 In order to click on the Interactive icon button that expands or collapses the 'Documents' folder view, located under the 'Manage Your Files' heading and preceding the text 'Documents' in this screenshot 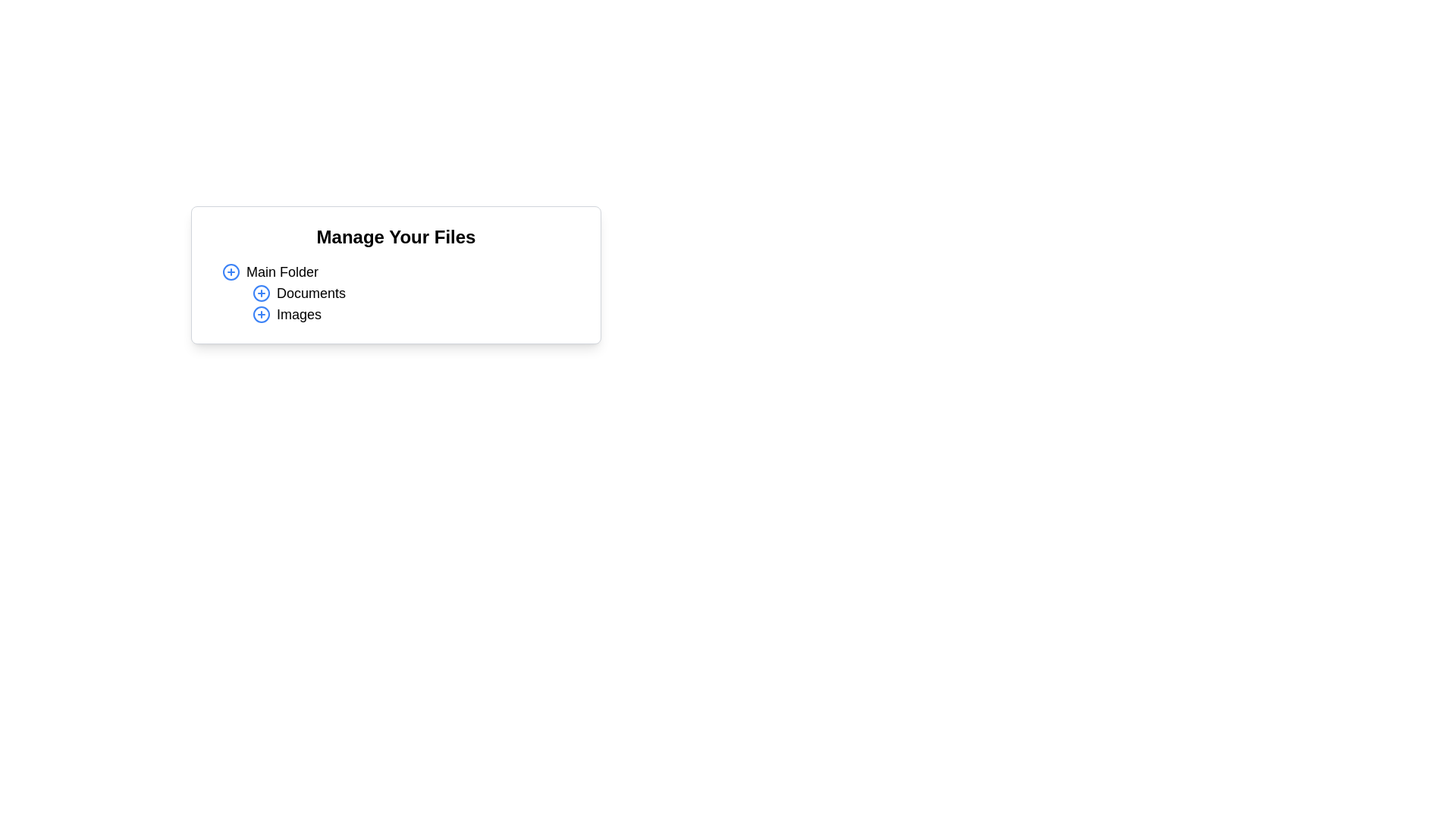, I will do `click(262, 293)`.